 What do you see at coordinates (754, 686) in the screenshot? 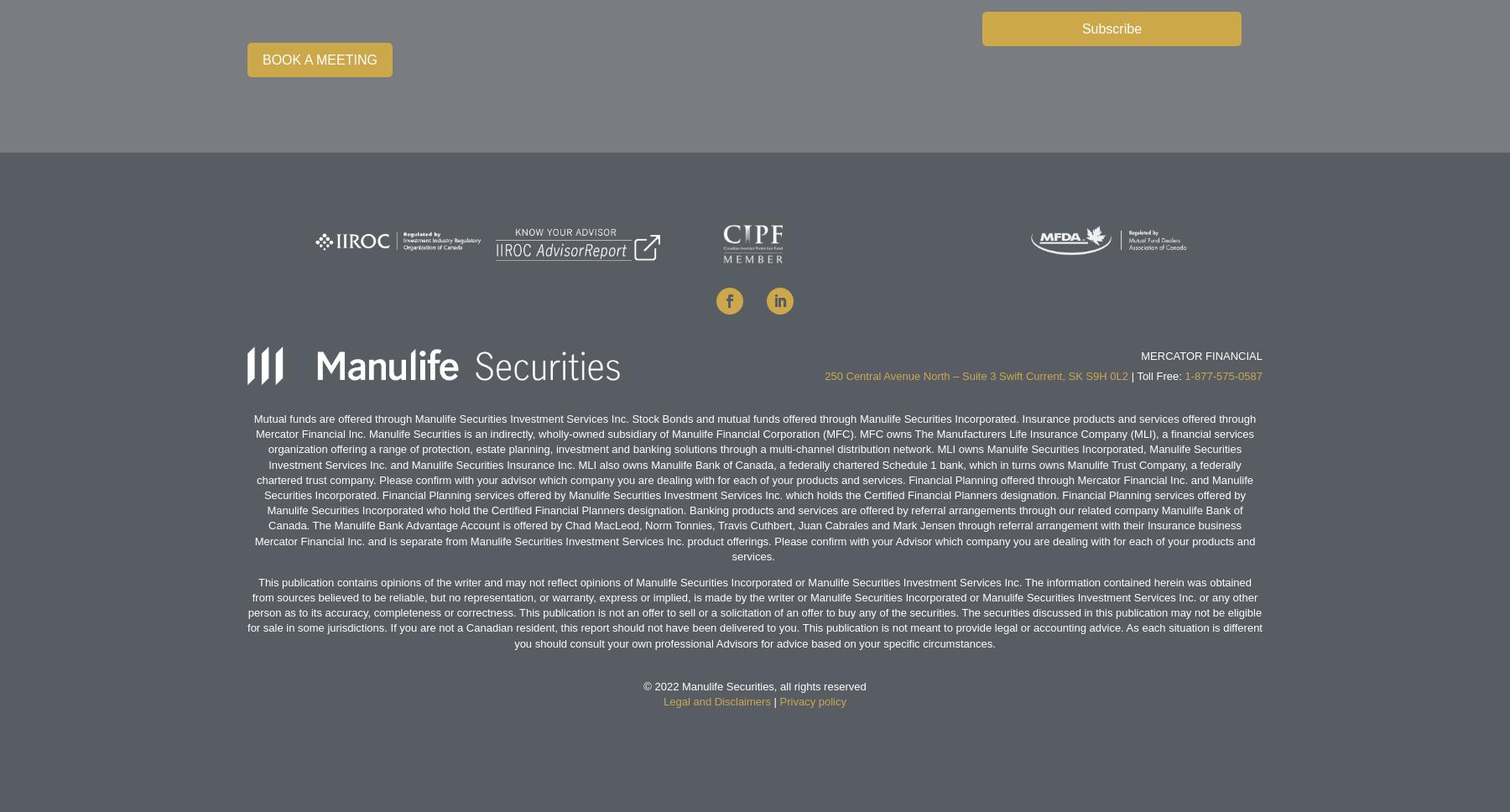
I see `'© 2022 Manulife Securities, all rights reserved'` at bounding box center [754, 686].